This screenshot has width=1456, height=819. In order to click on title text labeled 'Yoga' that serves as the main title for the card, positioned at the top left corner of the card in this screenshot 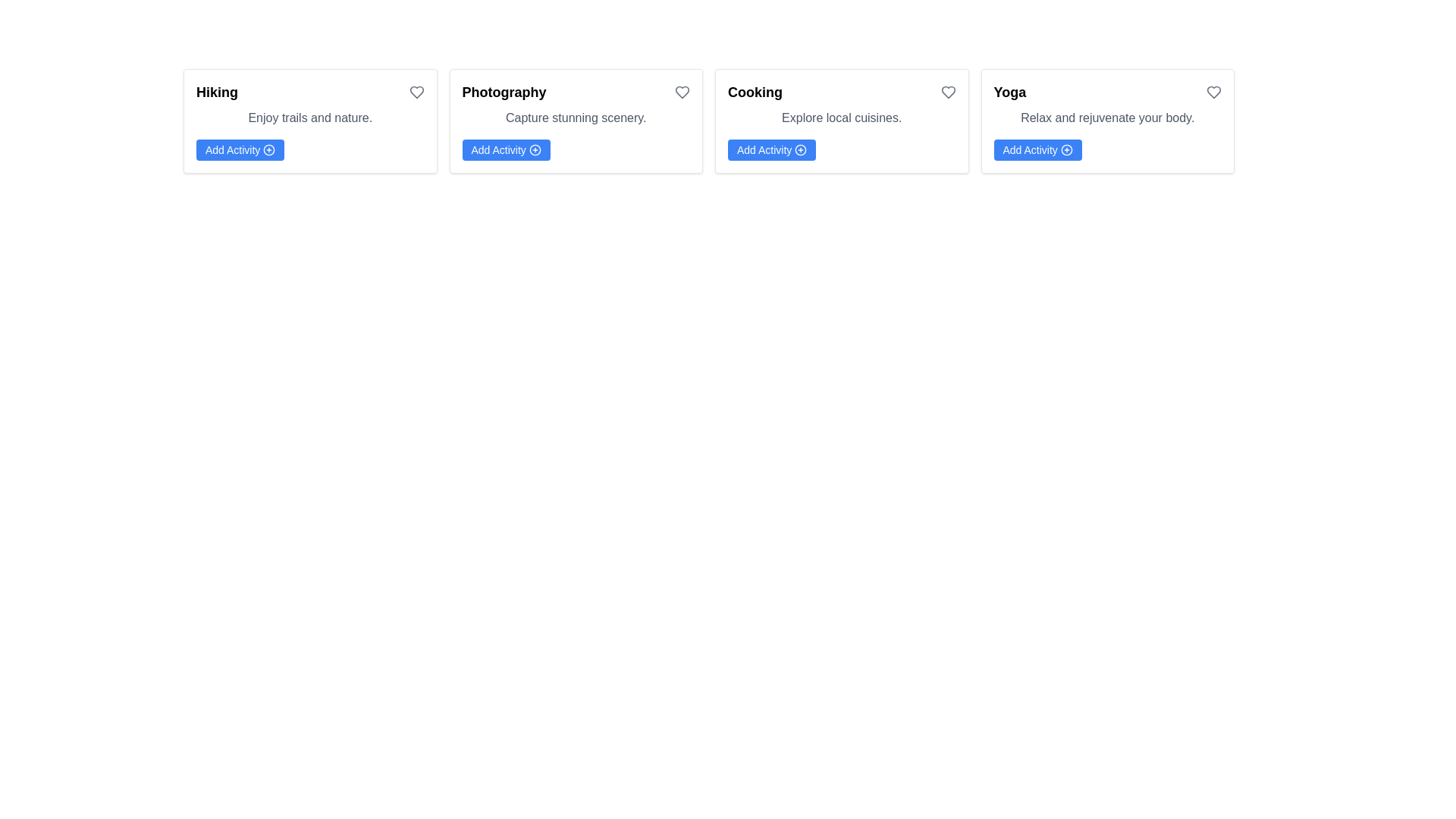, I will do `click(1009, 93)`.